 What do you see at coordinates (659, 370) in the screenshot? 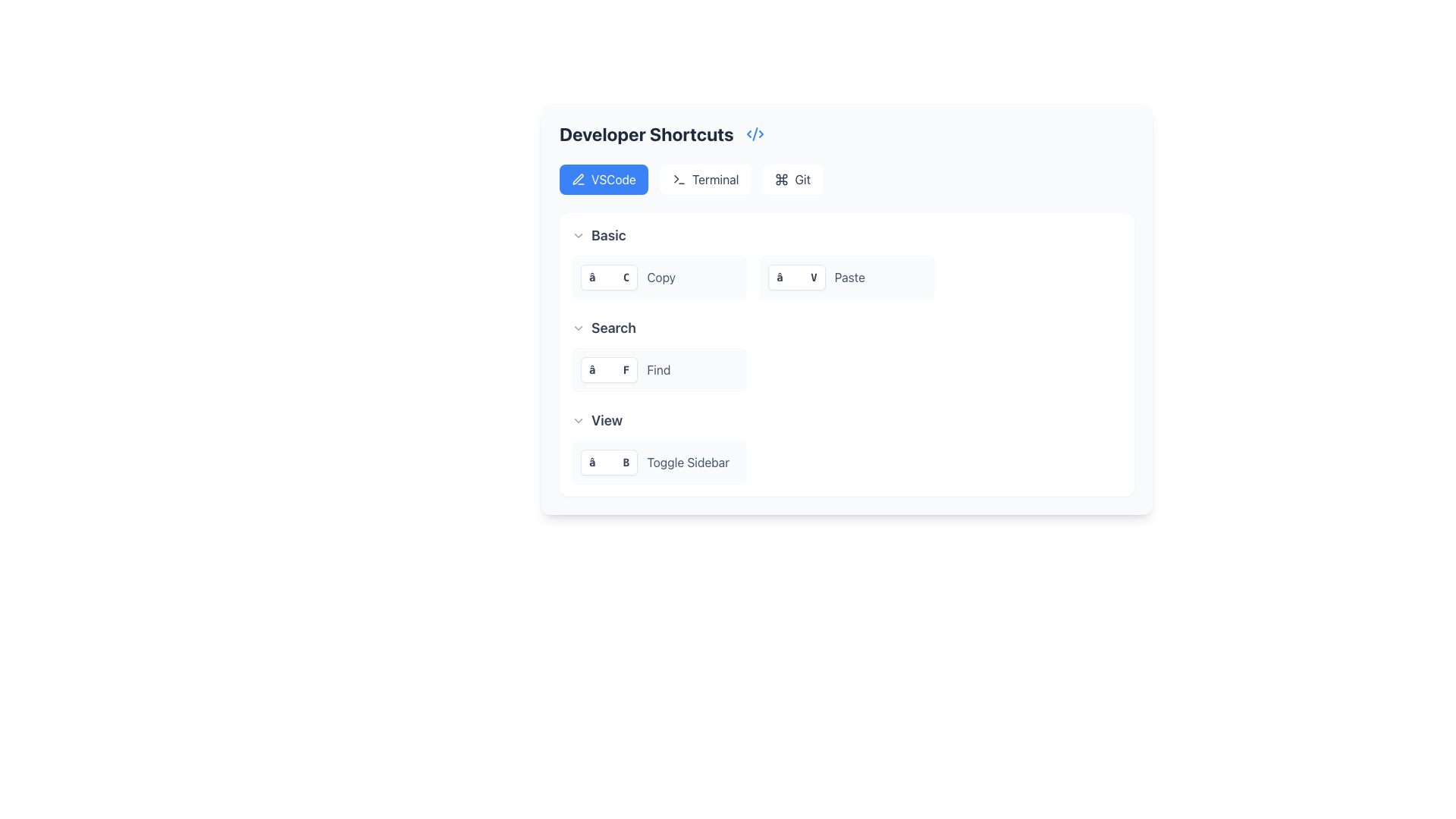
I see `the labeled shortcut display element for 'Find', which features a '⌘ F' keyboard shortcut and is located` at bounding box center [659, 370].